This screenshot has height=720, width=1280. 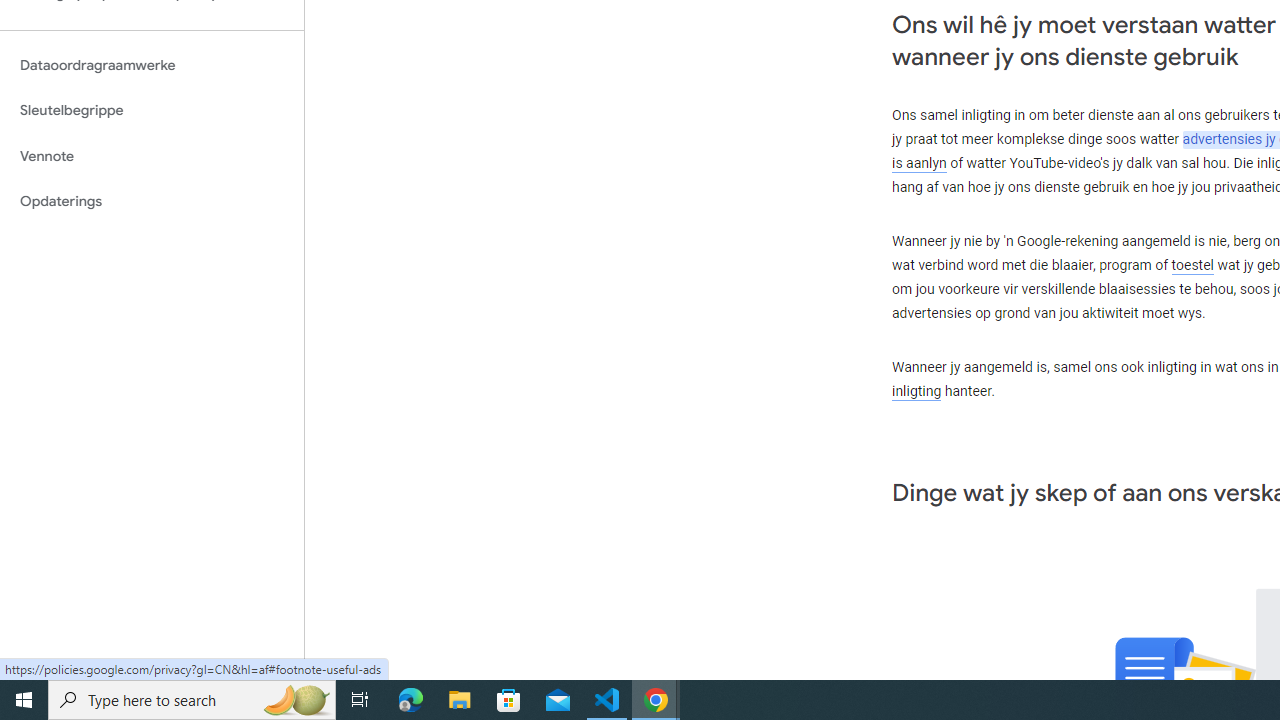 What do you see at coordinates (151, 201) in the screenshot?
I see `'Opdaterings'` at bounding box center [151, 201].